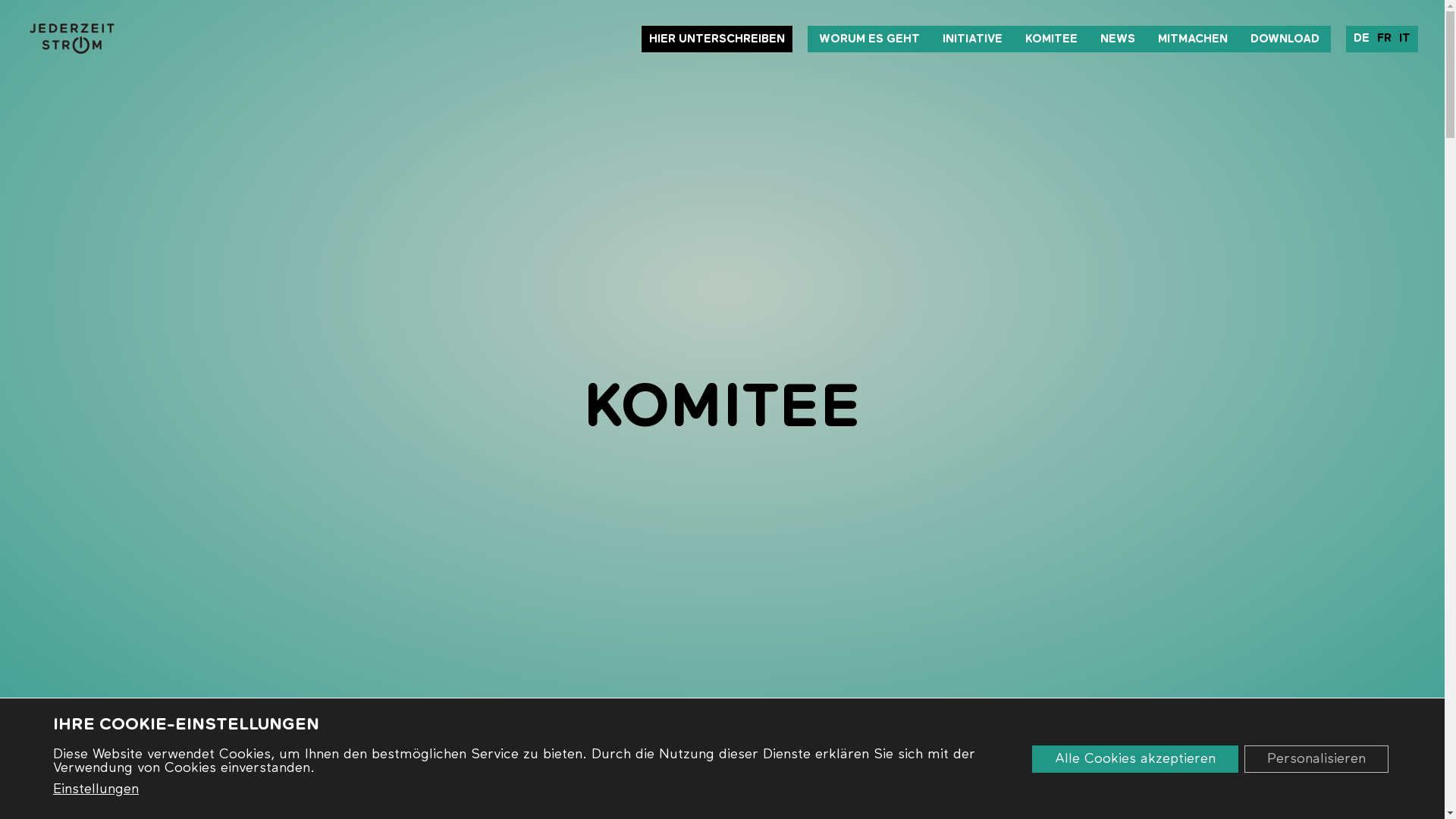  What do you see at coordinates (1395, 37) in the screenshot?
I see `'IT'` at bounding box center [1395, 37].